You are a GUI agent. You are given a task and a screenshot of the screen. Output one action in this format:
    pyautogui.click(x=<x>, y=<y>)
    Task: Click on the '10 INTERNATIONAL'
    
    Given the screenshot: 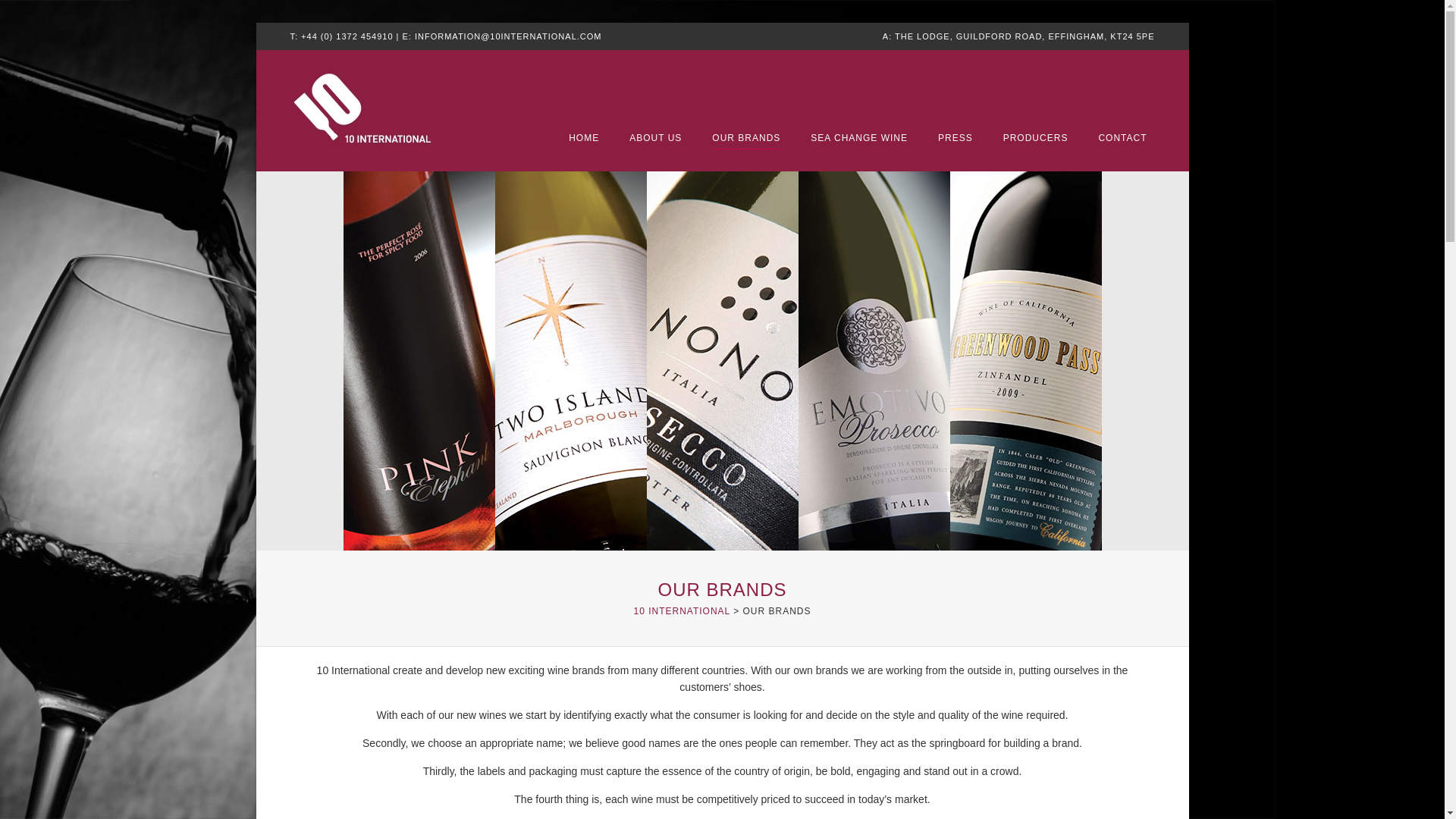 What is the action you would take?
    pyautogui.click(x=680, y=610)
    